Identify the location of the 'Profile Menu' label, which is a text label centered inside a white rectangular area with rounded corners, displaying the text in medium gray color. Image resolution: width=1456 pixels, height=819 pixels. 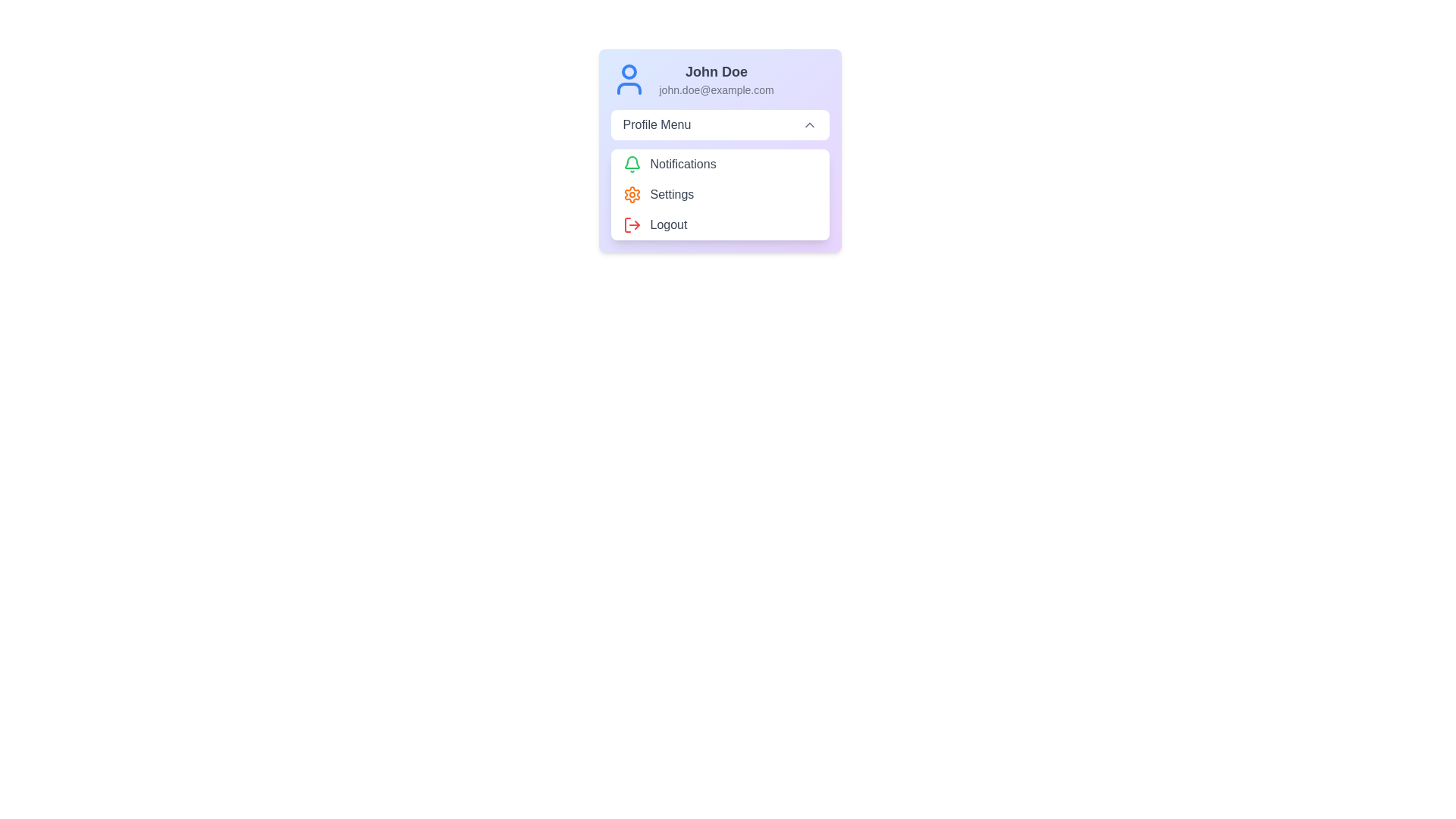
(657, 124).